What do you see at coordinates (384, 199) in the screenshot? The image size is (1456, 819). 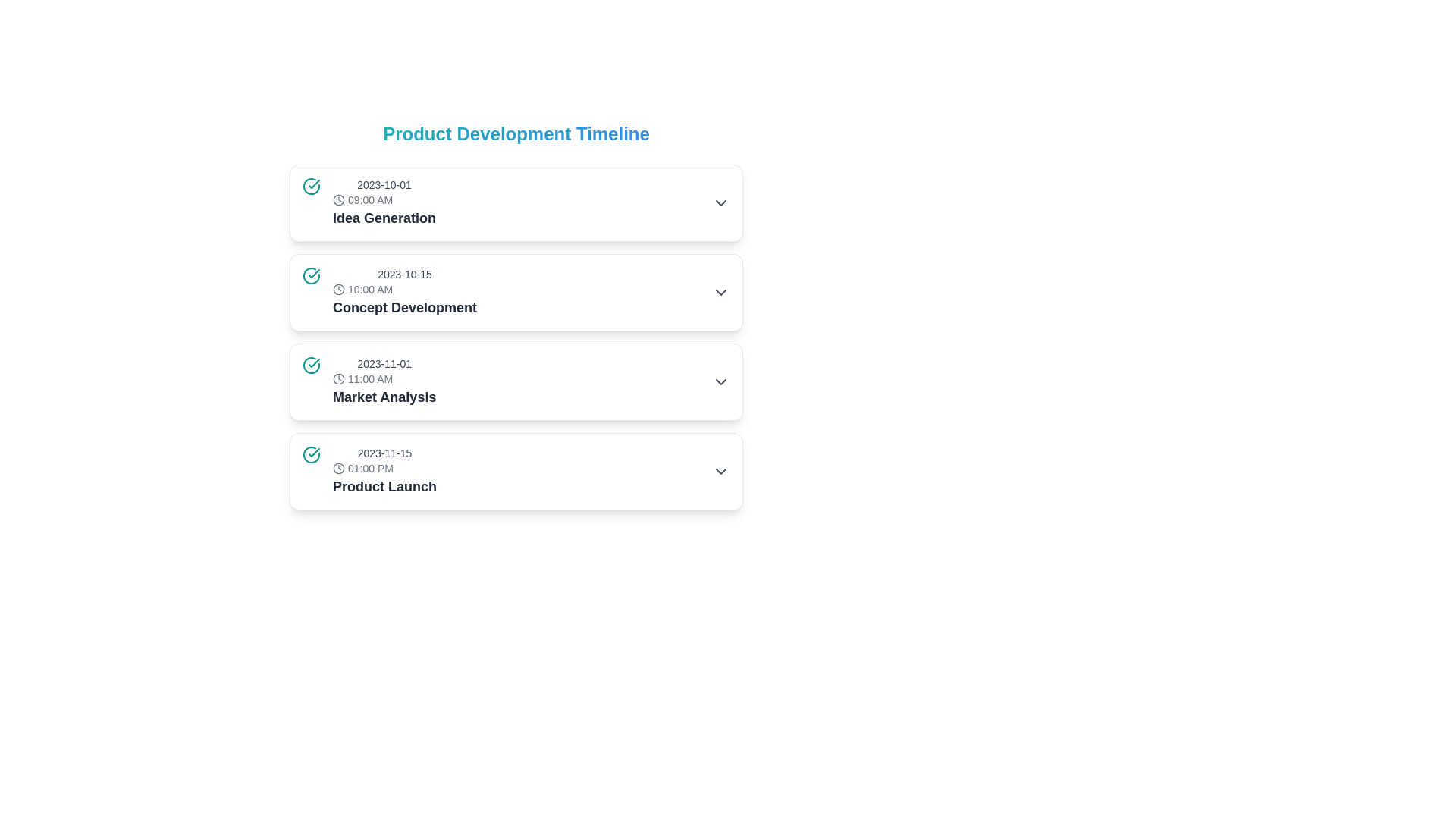 I see `the static text component displaying the start time of the event 'Idea Generation' located in the first row of the timeline list, directly below the date '2023-10-01'` at bounding box center [384, 199].